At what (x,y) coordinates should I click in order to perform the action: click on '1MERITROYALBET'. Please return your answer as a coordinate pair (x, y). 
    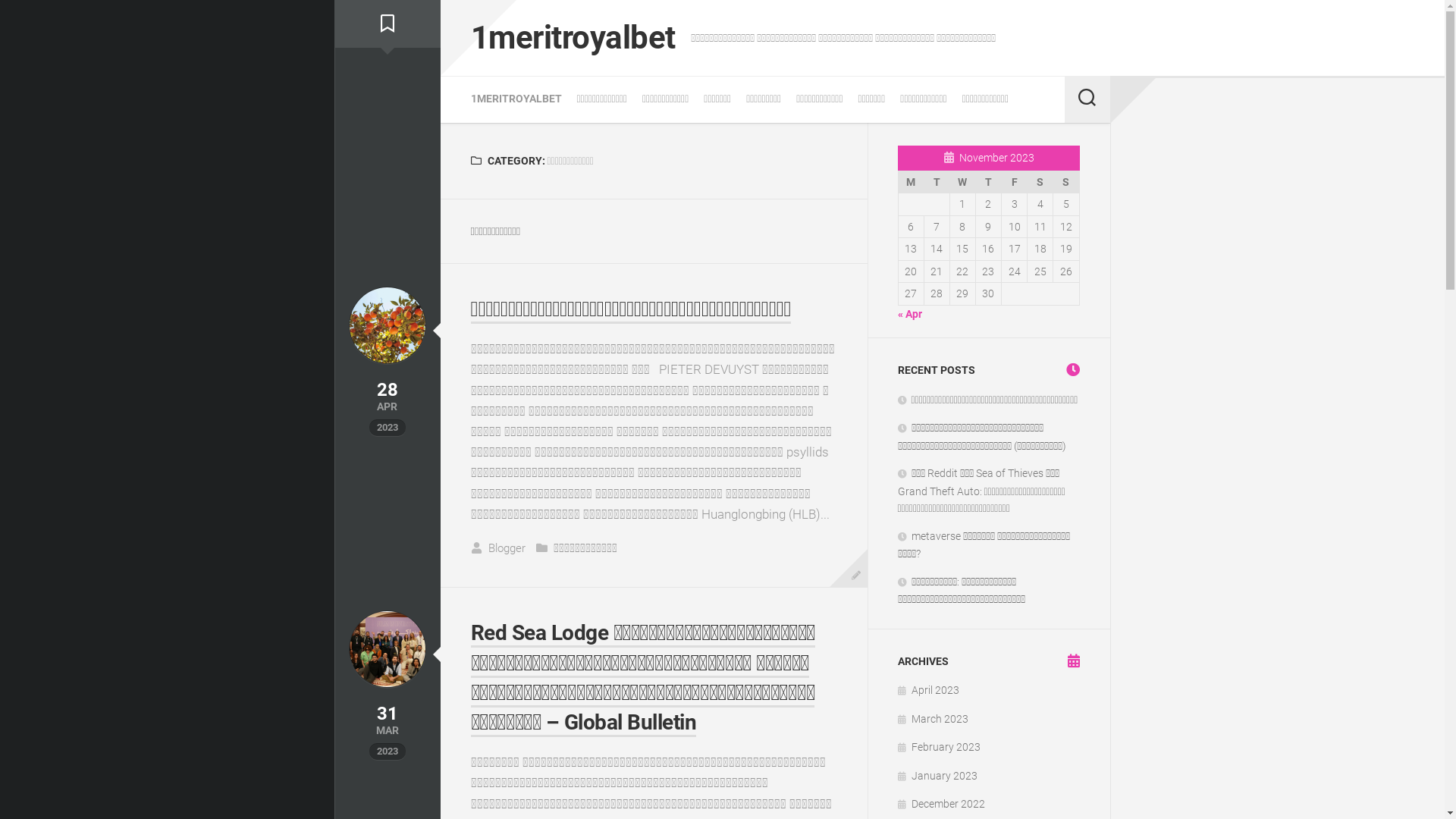
    Looking at the image, I should click on (516, 99).